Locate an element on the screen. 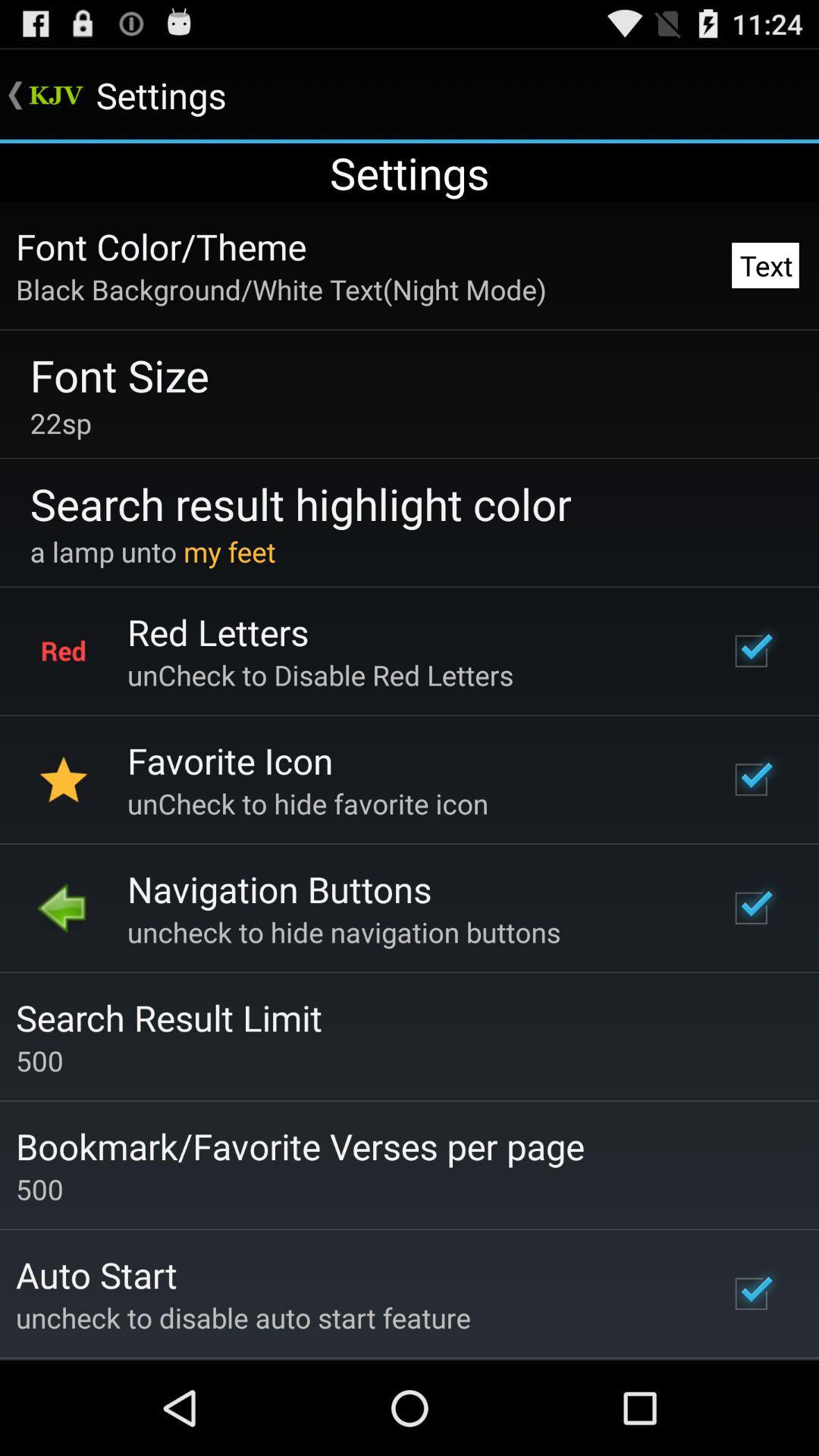 The width and height of the screenshot is (819, 1456). black background white is located at coordinates (281, 289).